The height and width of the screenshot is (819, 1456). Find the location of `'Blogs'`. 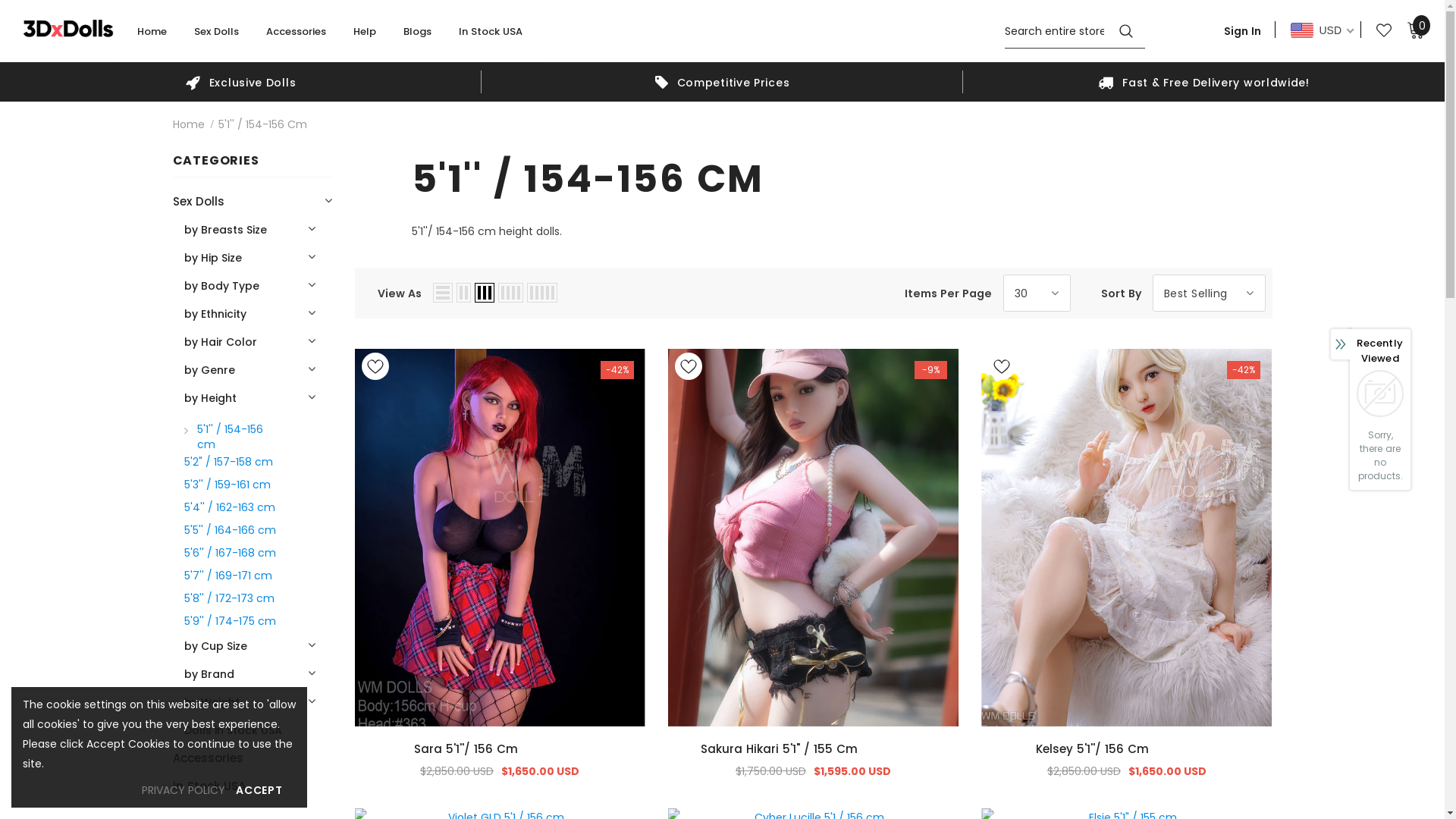

'Blogs' is located at coordinates (403, 37).